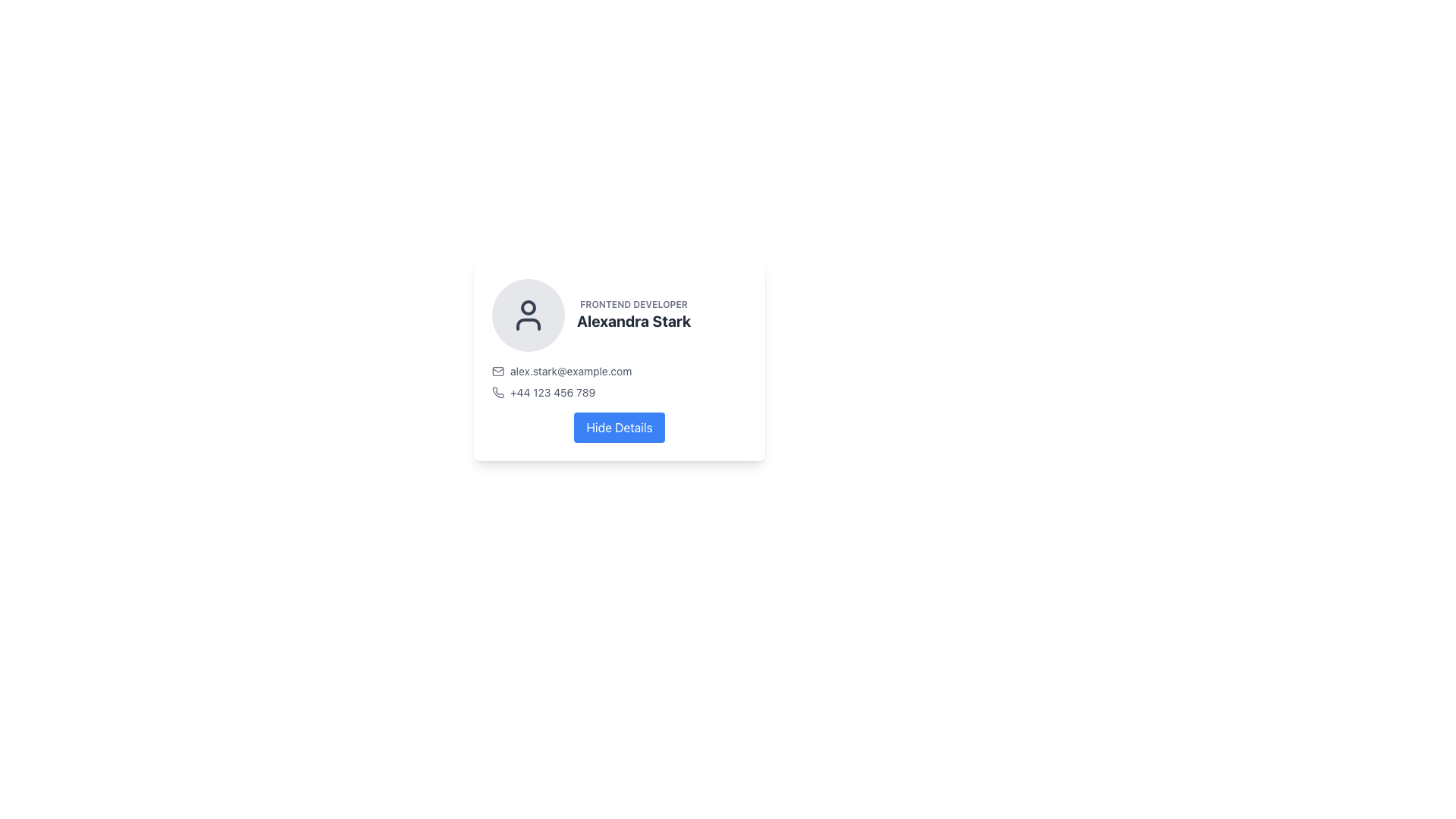 The height and width of the screenshot is (819, 1456). What do you see at coordinates (498, 371) in the screenshot?
I see `the SVG Rectangle that represents the email icon, which is positioned above the email address text and to the left of the country flag icon` at bounding box center [498, 371].